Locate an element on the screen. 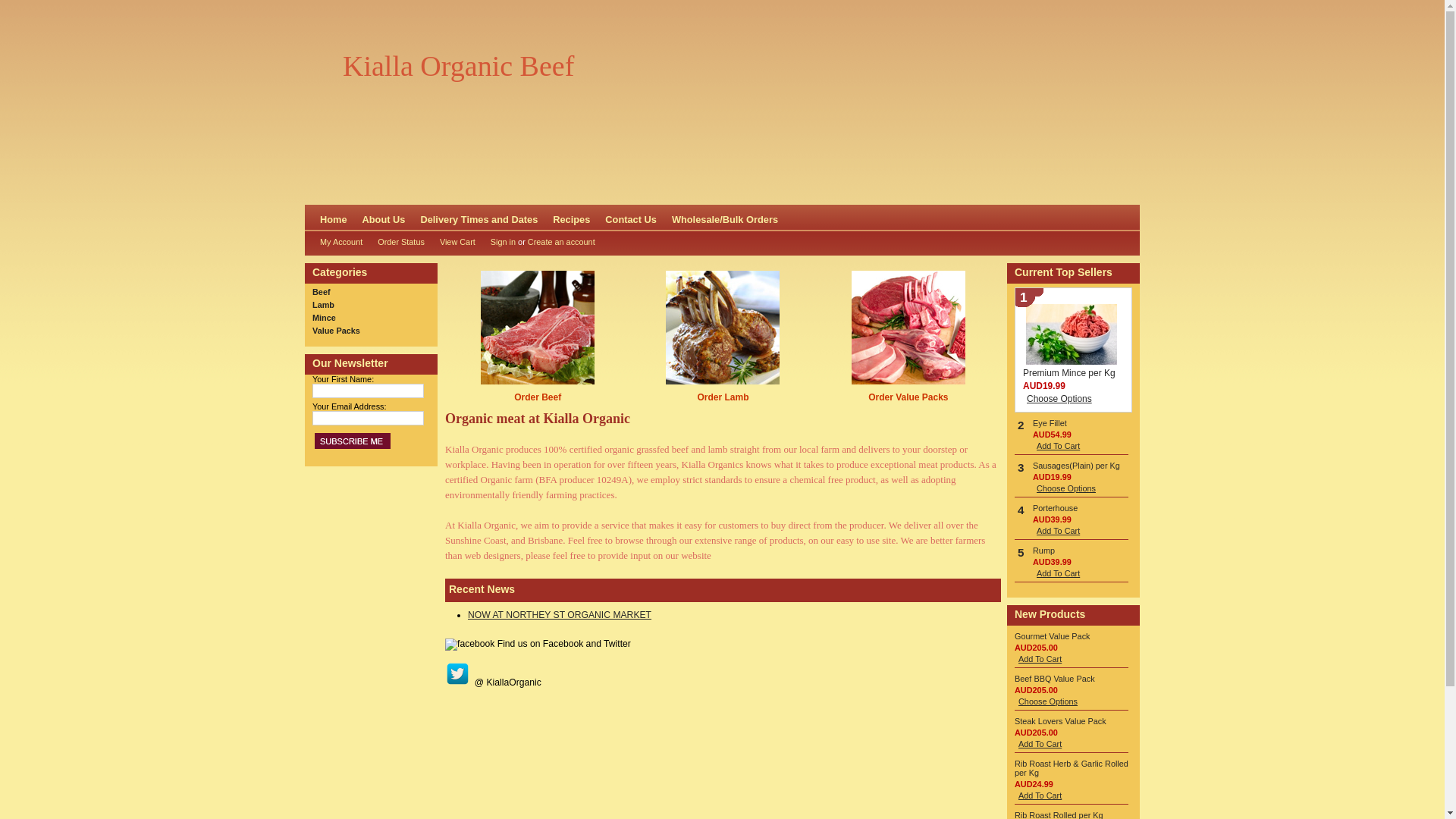 Image resolution: width=1456 pixels, height=819 pixels. 'My Account' is located at coordinates (337, 241).